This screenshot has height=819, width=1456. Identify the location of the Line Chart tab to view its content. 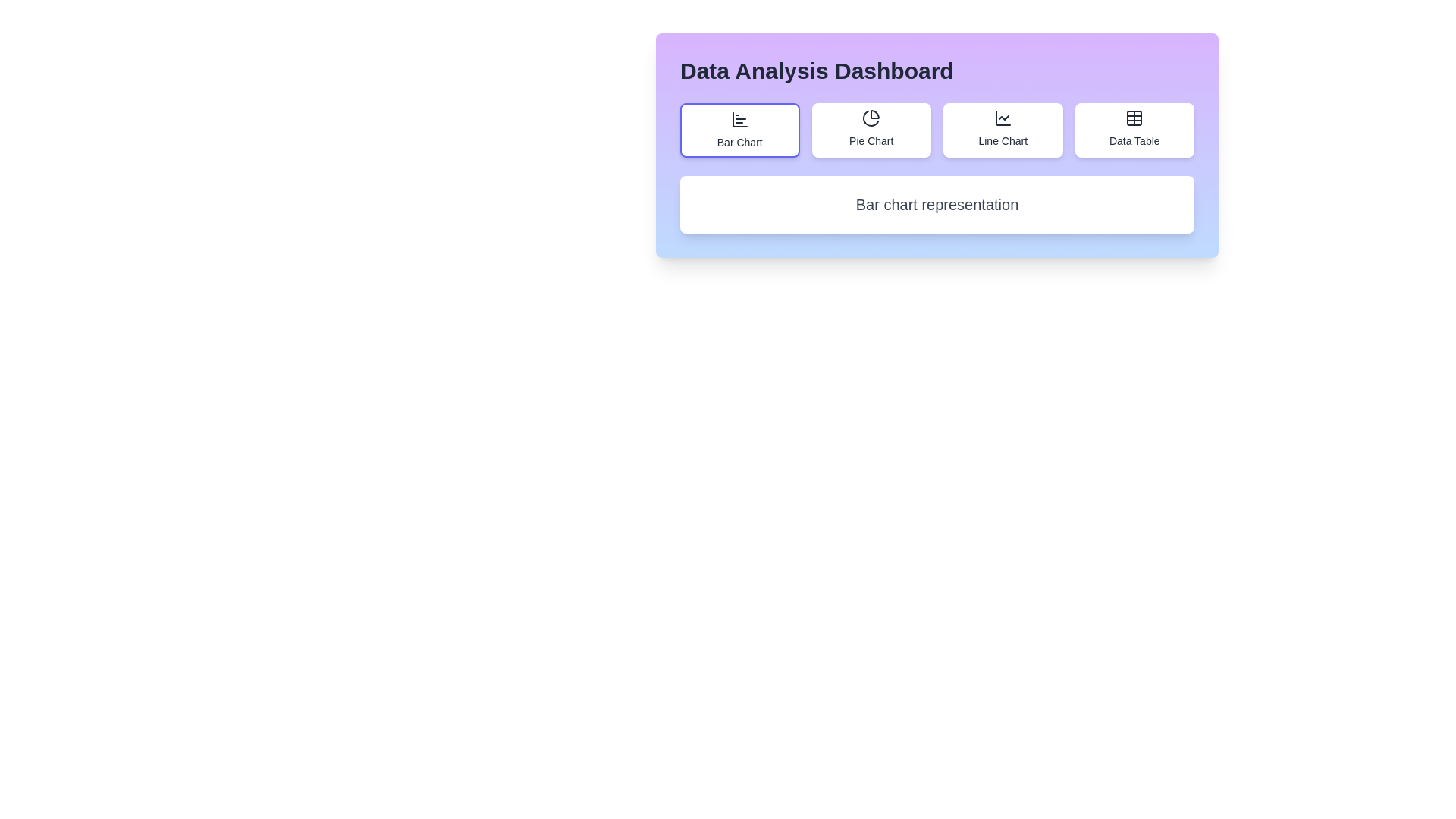
(1003, 130).